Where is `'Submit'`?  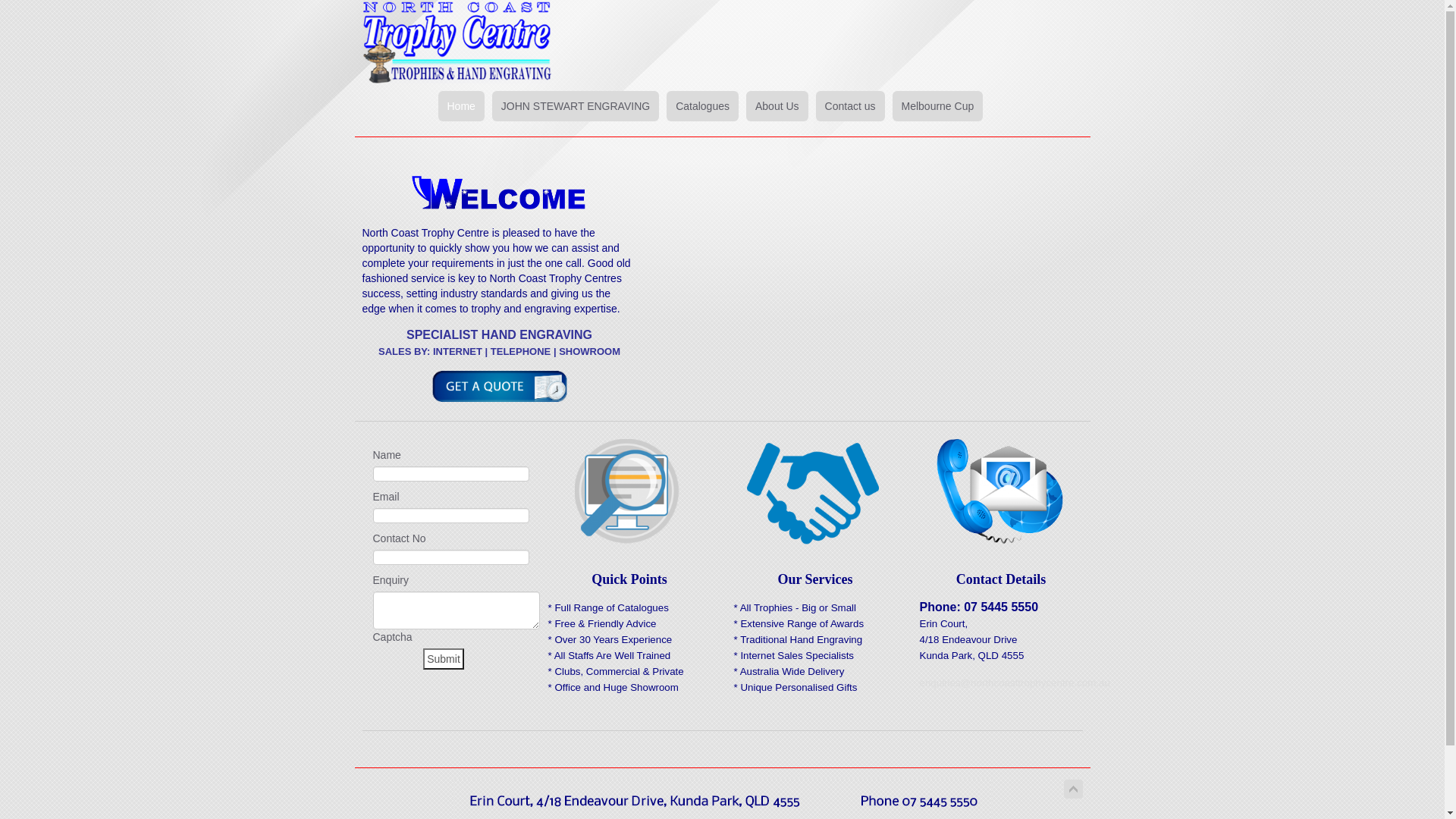 'Submit' is located at coordinates (422, 657).